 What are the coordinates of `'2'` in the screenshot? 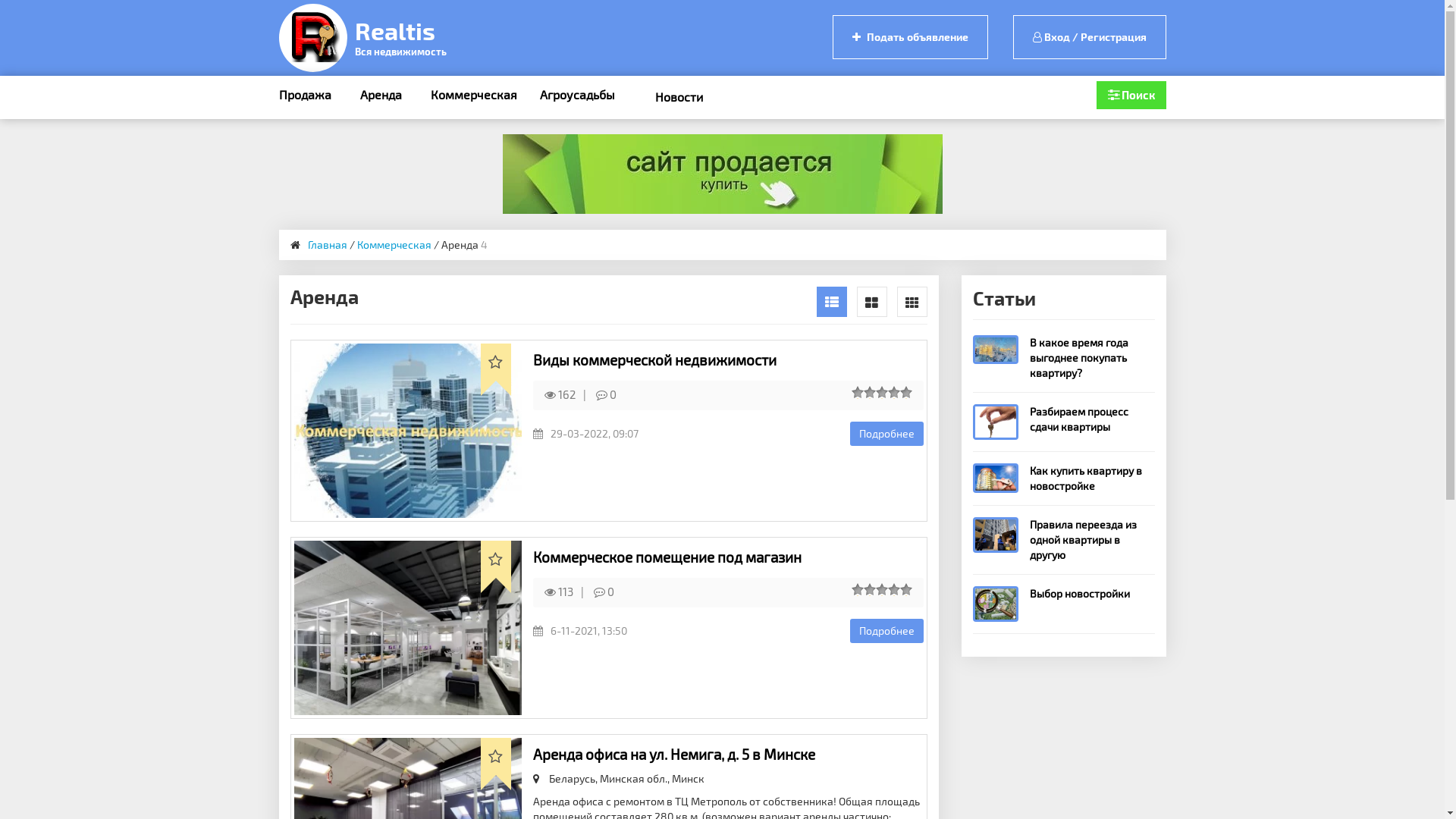 It's located at (871, 588).